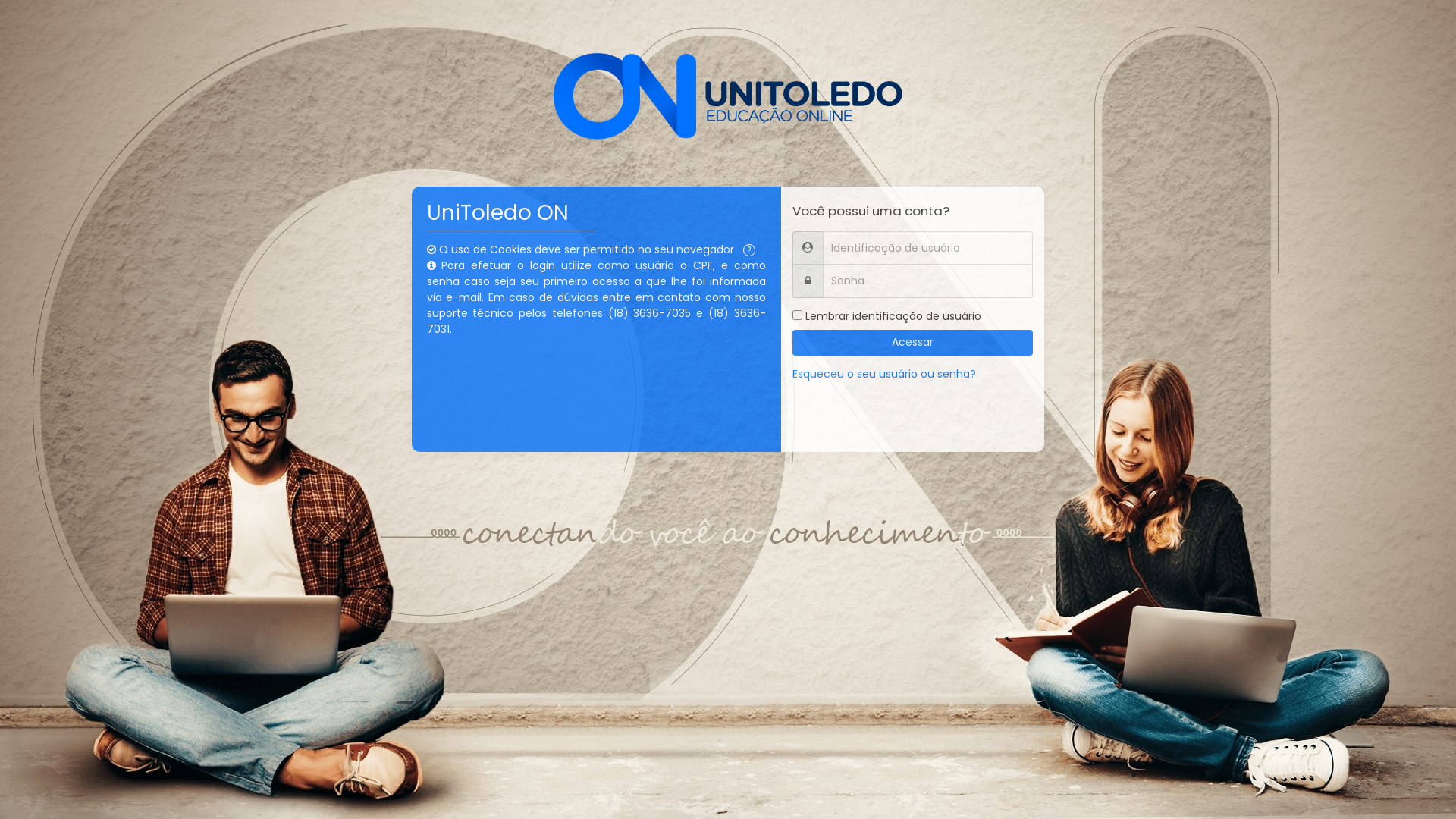  What do you see at coordinates (912, 342) in the screenshot?
I see `'Acessar'` at bounding box center [912, 342].